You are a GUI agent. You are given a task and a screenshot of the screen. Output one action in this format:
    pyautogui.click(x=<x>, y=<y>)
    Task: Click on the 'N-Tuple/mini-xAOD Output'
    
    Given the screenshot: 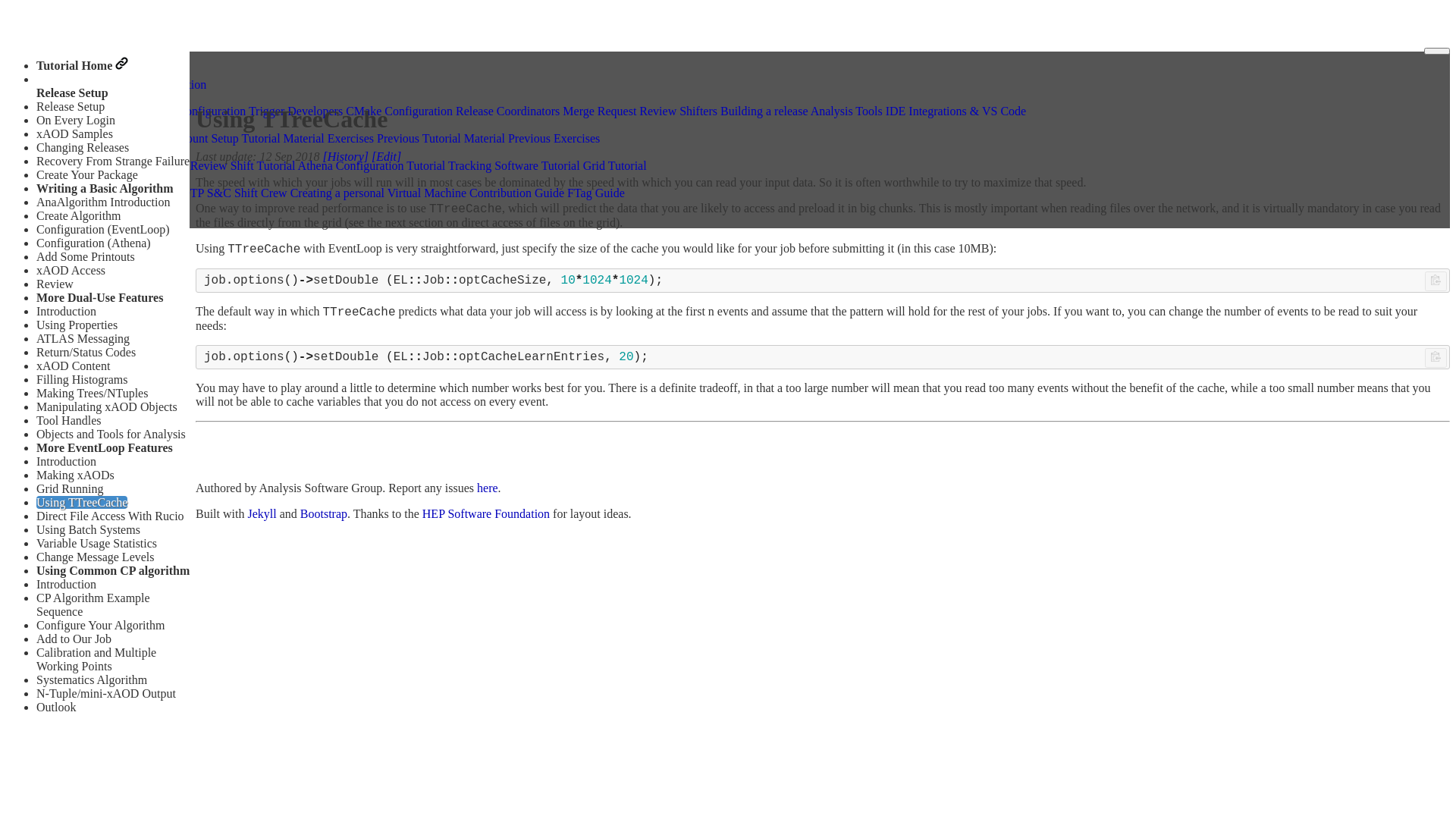 What is the action you would take?
    pyautogui.click(x=105, y=693)
    